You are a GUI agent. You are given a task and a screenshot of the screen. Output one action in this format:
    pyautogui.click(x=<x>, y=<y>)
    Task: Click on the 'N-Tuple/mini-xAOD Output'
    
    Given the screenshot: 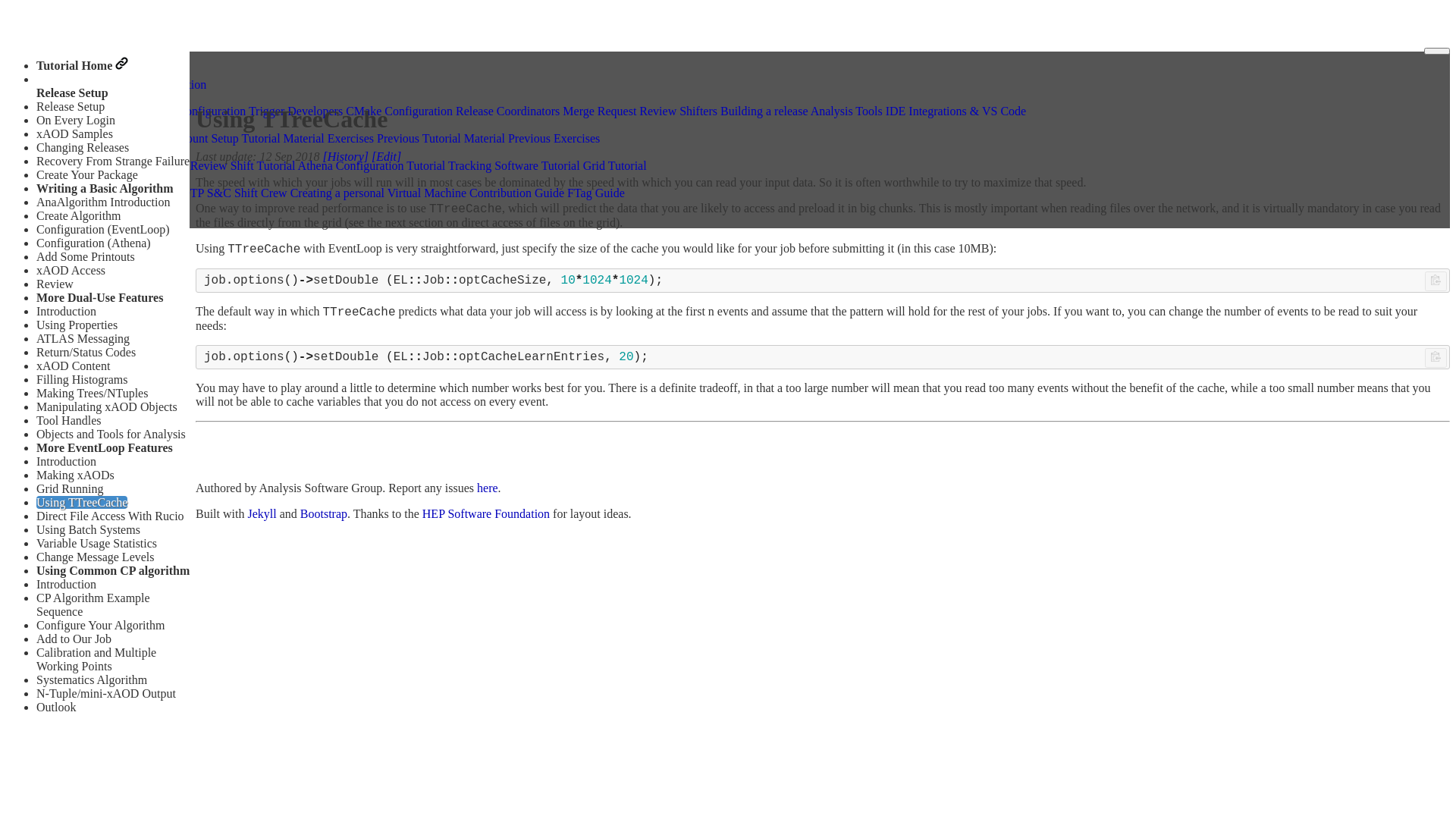 What is the action you would take?
    pyautogui.click(x=105, y=693)
    